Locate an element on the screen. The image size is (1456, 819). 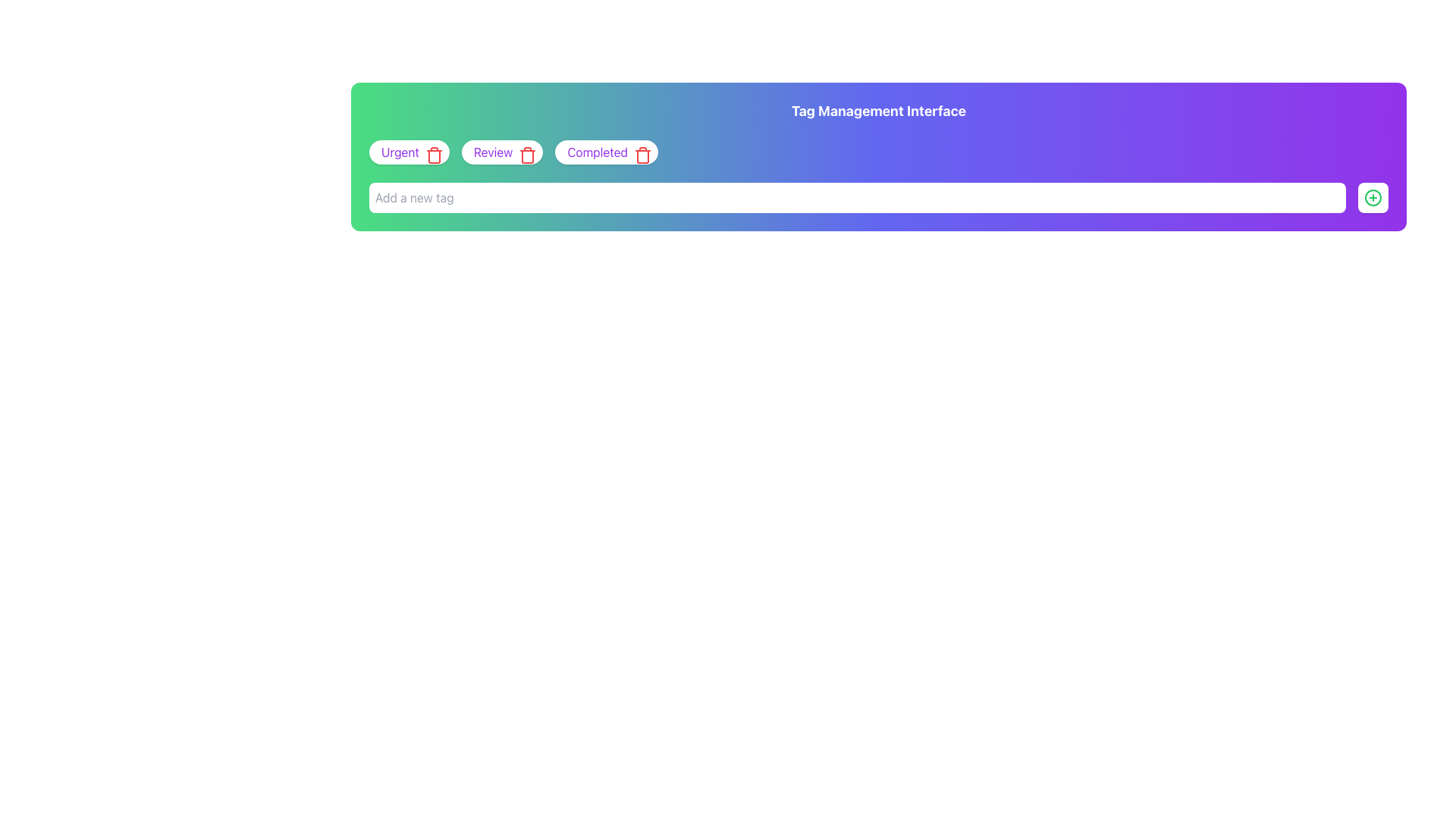
the green circular button with a white border and a '+' sign inside, located in the top-right corner of the purple gradient bar is located at coordinates (1373, 197).